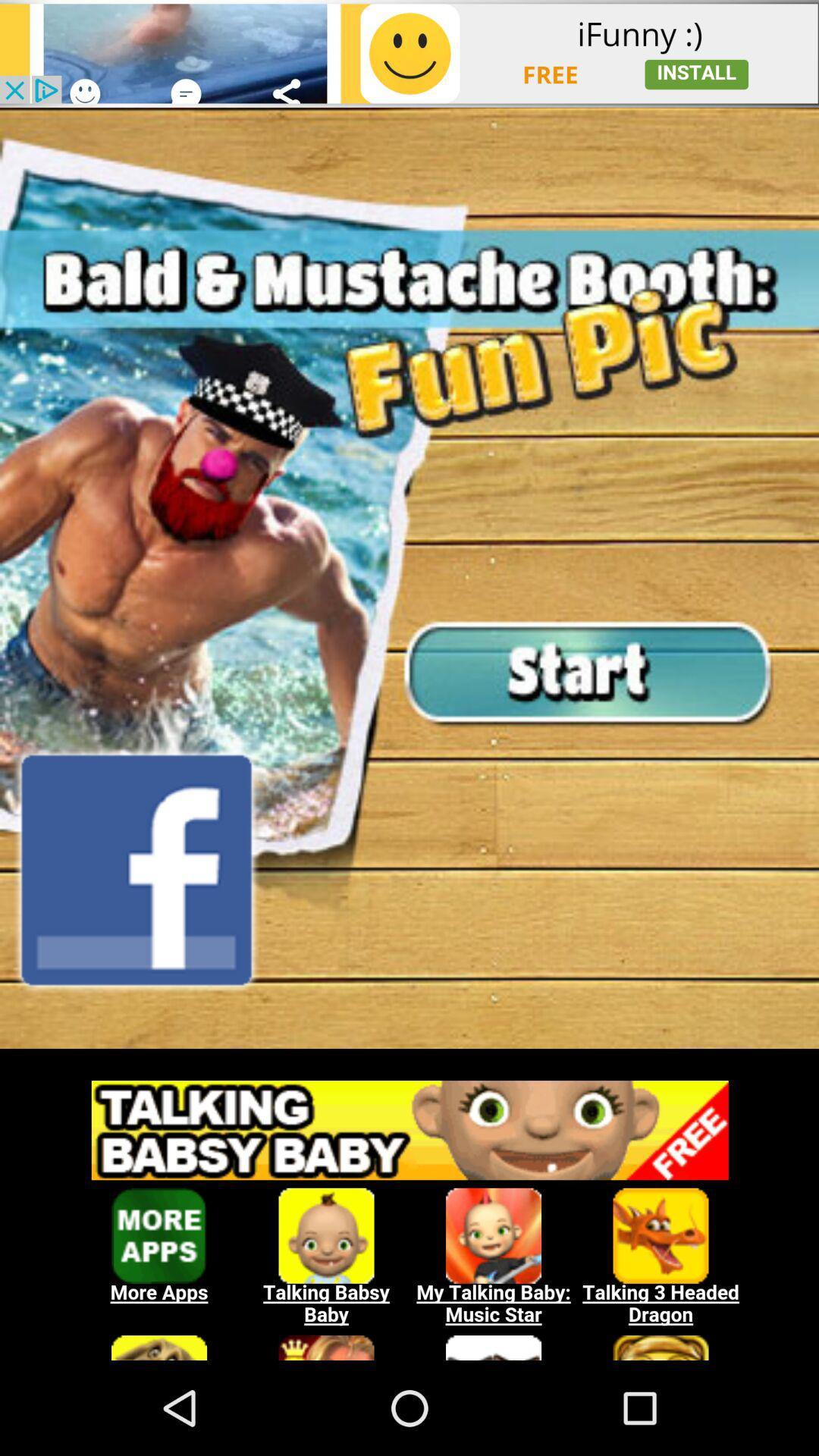 The width and height of the screenshot is (819, 1456). What do you see at coordinates (409, 1056) in the screenshot?
I see `download free game` at bounding box center [409, 1056].